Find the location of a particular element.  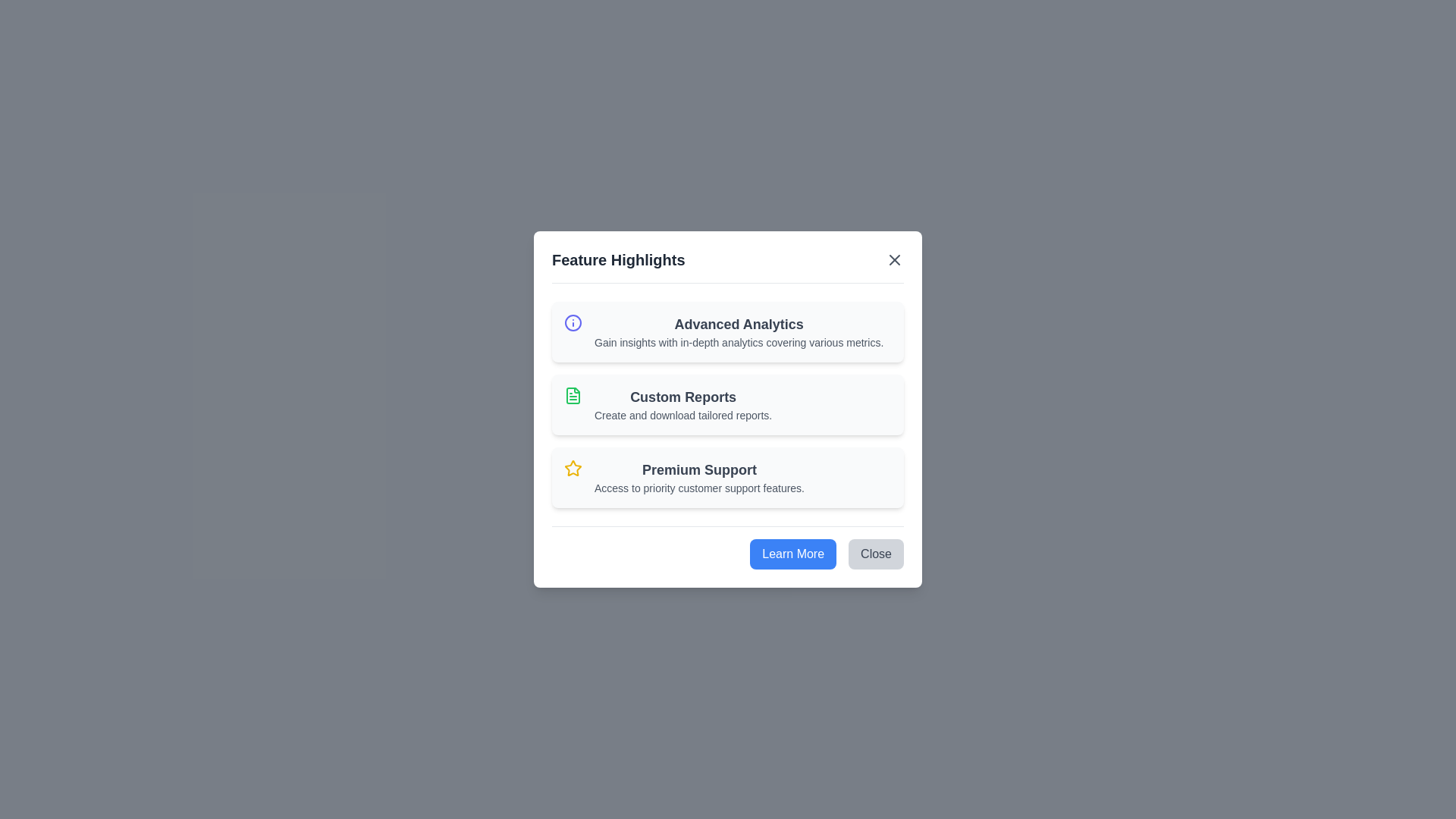

title 'Advanced Analytics' and description 'Gain insights with in-depth analytics covering various metrics.' from the Information card in the 'Feature Highlights' dialog box is located at coordinates (739, 331).